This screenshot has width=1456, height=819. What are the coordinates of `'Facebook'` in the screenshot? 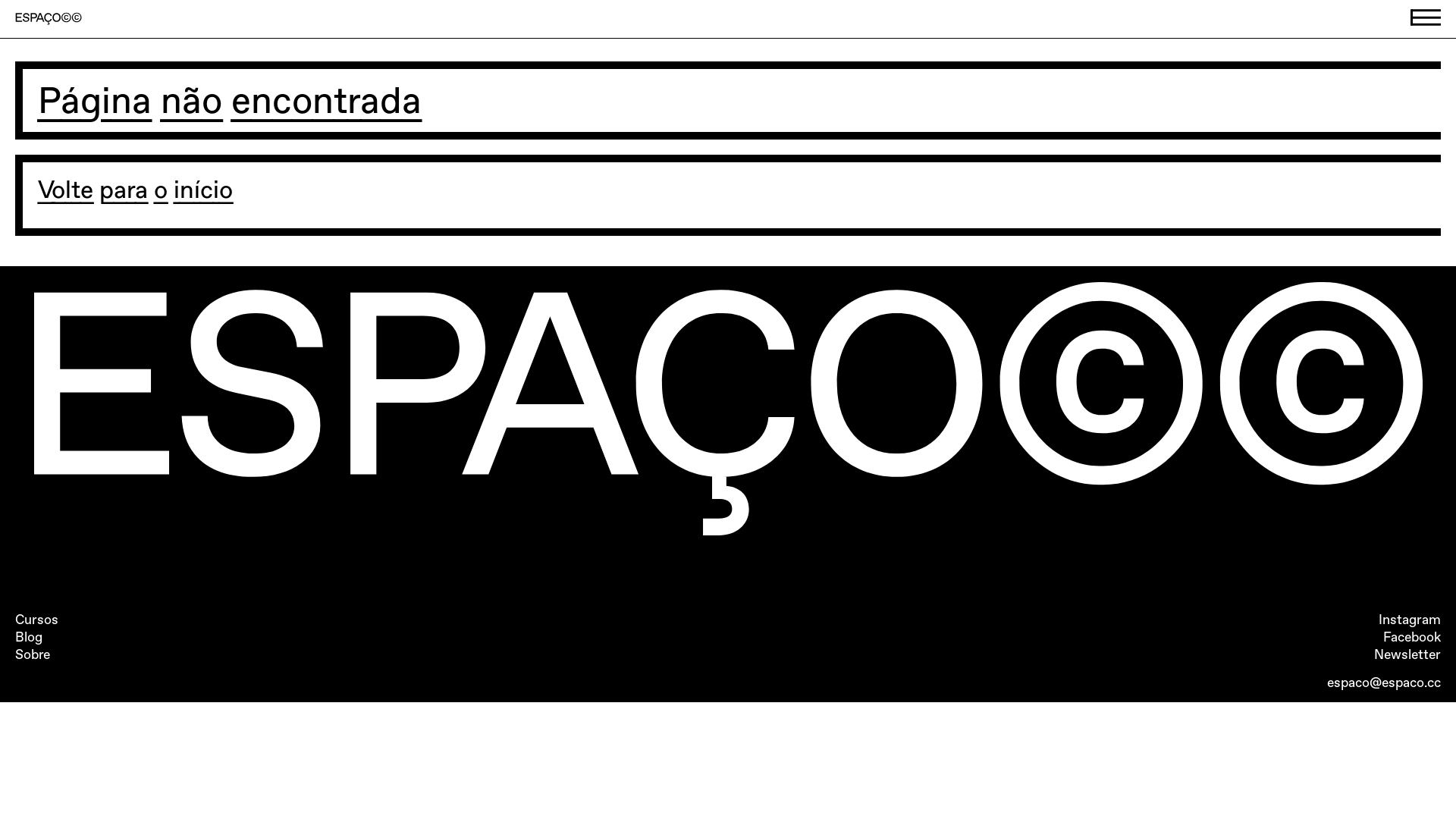 It's located at (1411, 637).